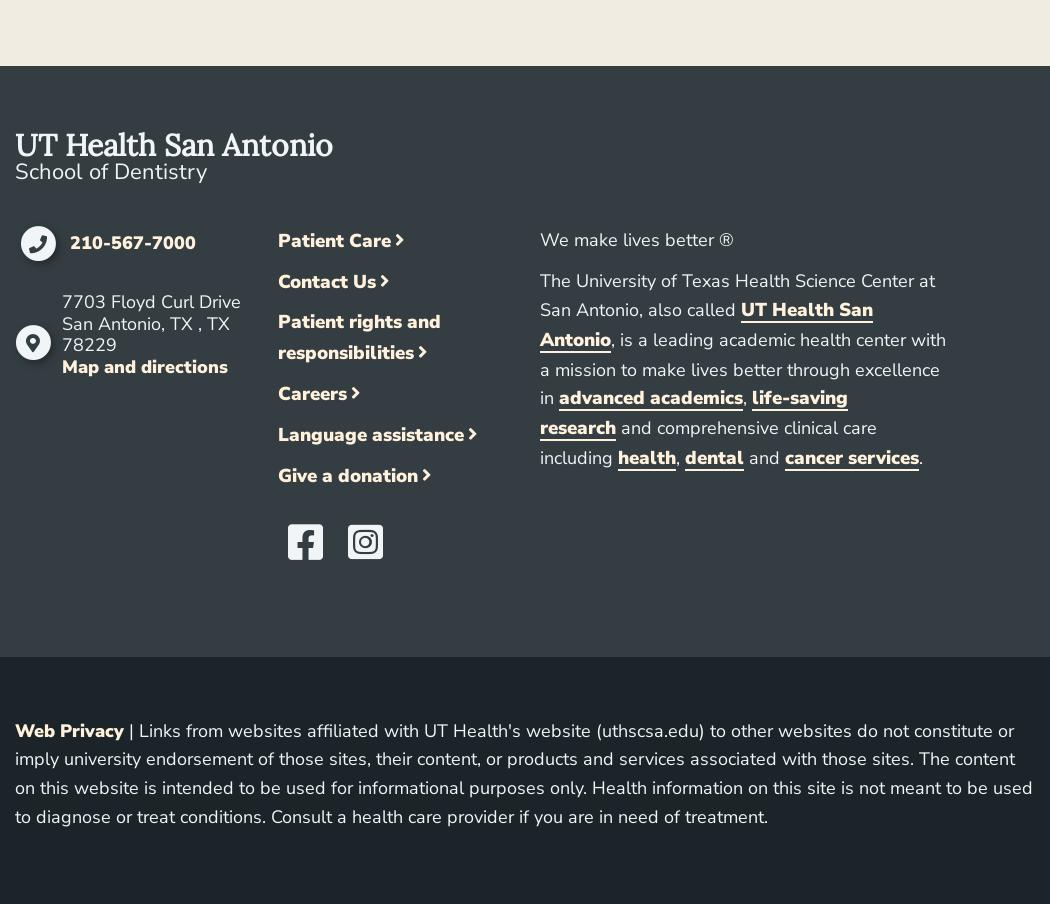  I want to click on 'advanced academics', so click(650, 398).